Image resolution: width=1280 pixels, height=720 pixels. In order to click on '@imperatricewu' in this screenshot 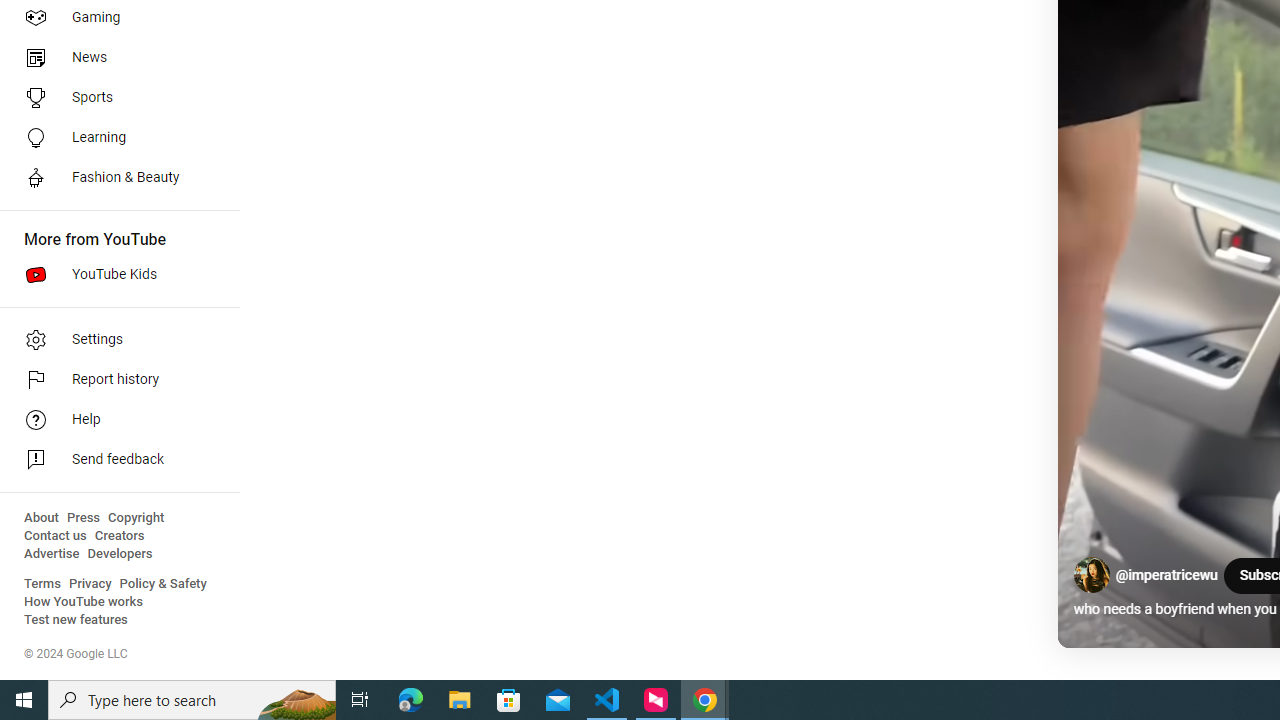, I will do `click(1167, 576)`.